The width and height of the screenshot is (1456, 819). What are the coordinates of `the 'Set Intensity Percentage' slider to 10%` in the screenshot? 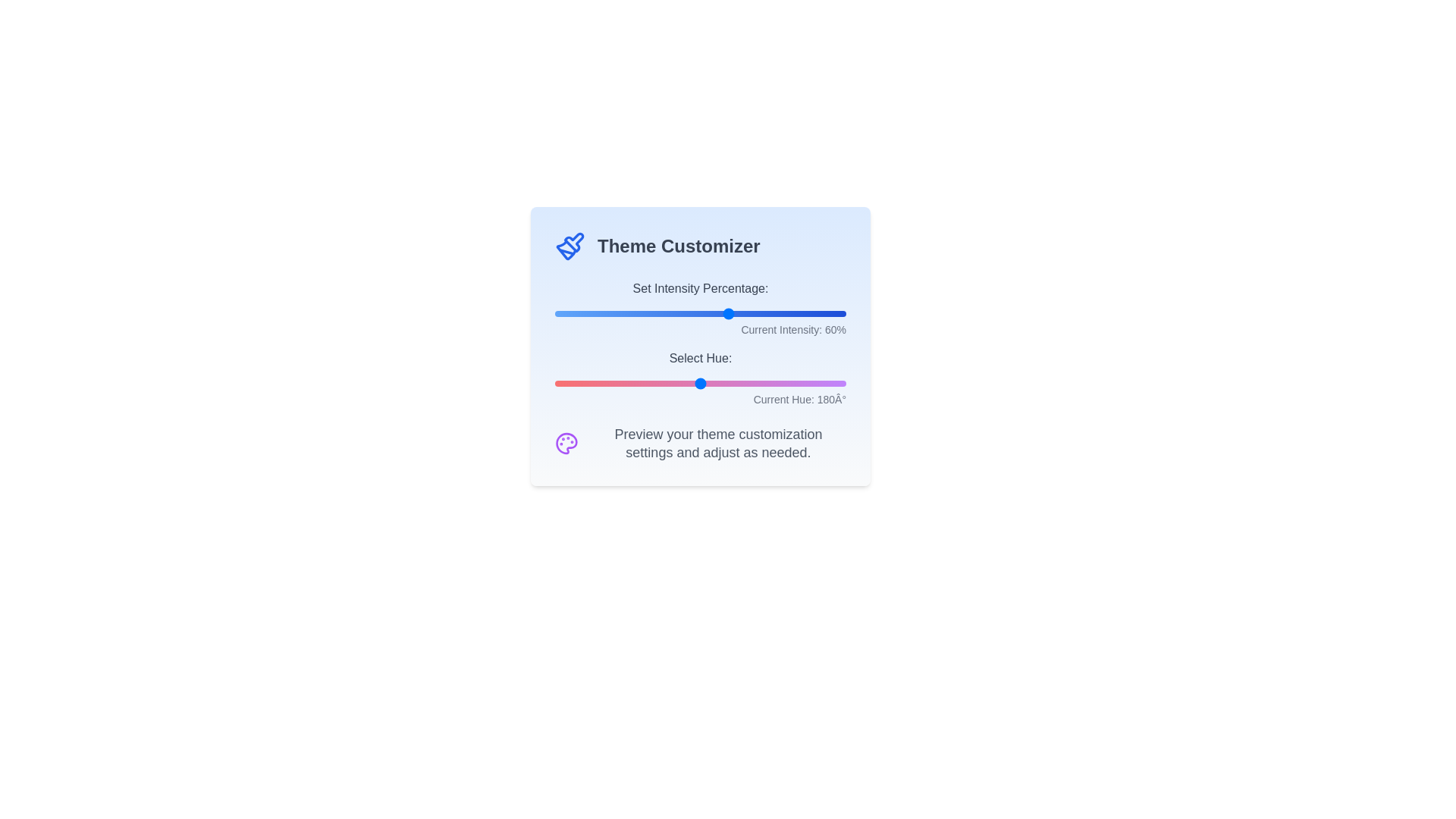 It's located at (583, 312).